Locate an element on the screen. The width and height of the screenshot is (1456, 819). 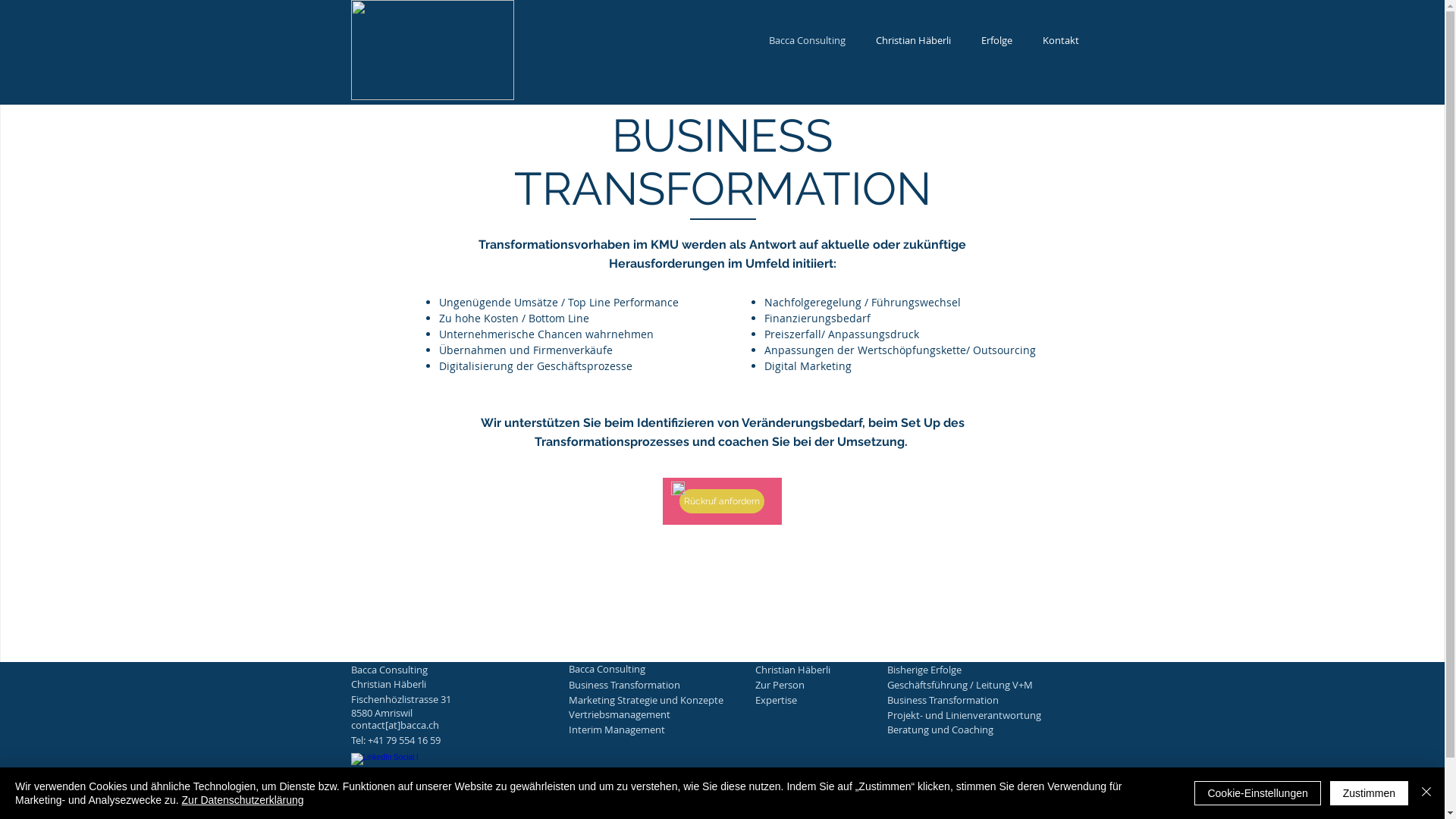
'contact[at]bacca.ch' is located at coordinates (428, 724).